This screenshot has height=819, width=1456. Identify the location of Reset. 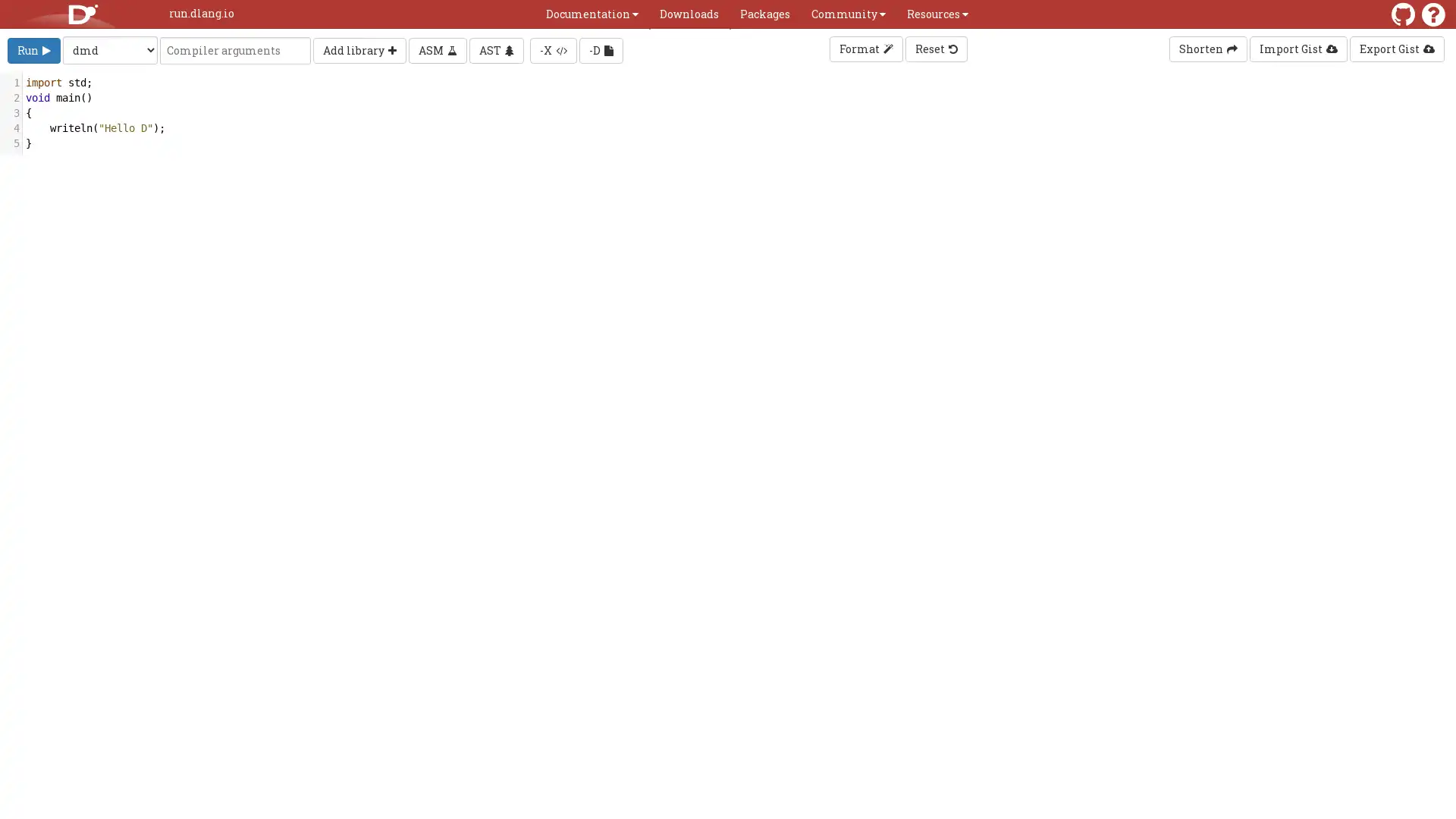
(934, 49).